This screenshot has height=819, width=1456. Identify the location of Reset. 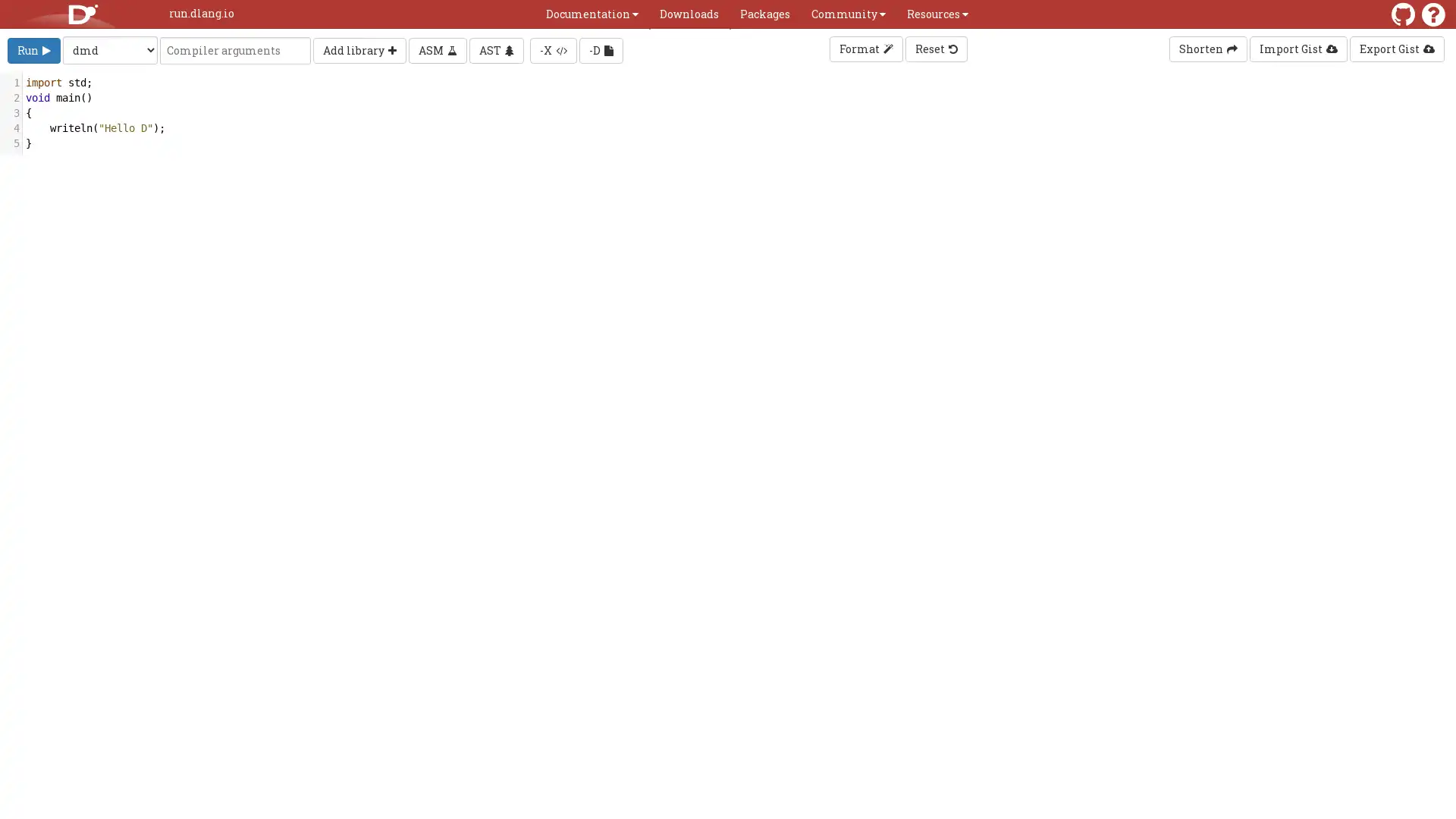
(934, 49).